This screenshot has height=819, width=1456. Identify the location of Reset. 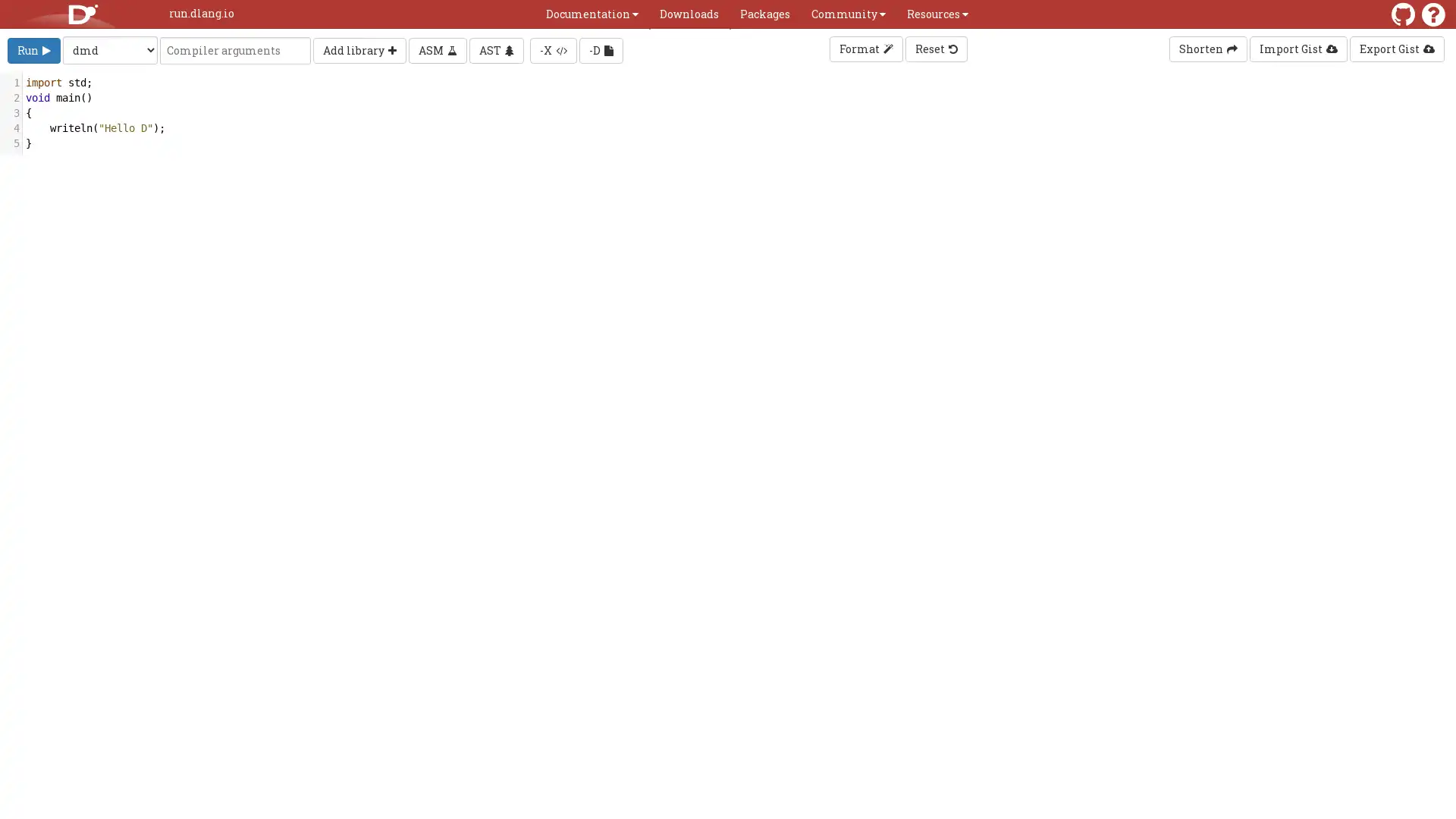
(934, 49).